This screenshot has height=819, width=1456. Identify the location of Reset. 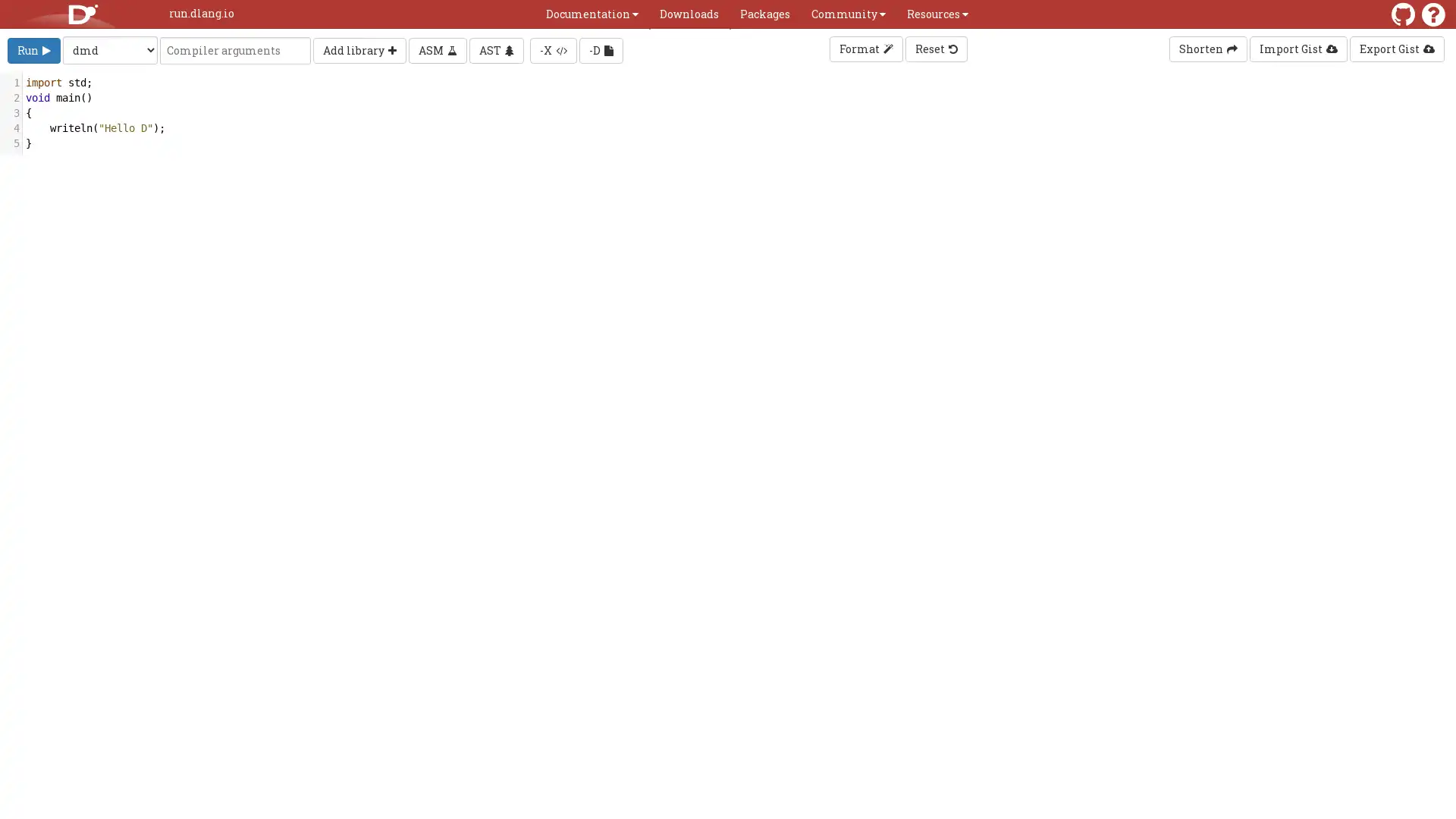
(934, 49).